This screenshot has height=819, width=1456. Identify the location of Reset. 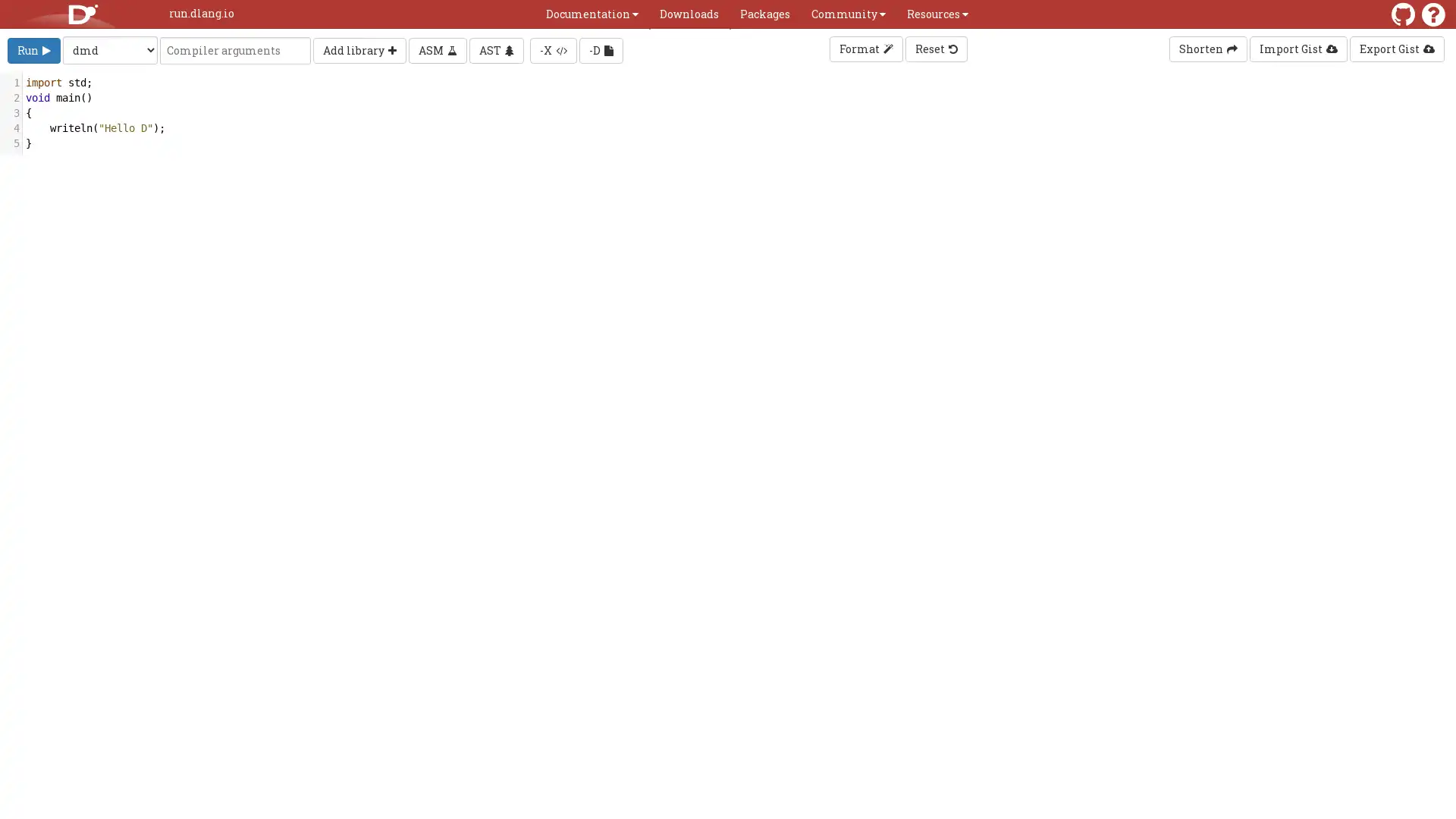
(934, 49).